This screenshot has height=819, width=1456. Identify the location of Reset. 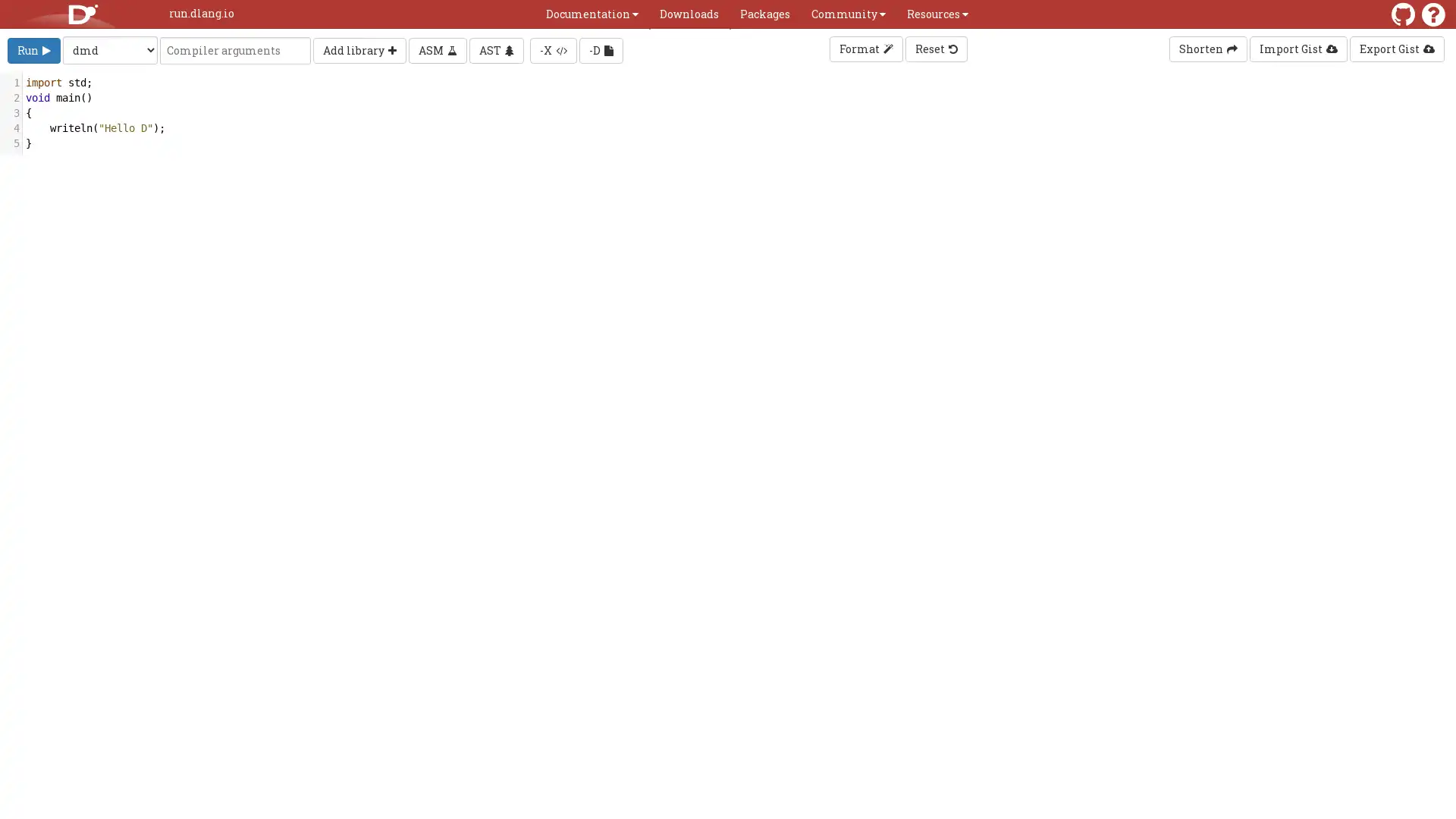
(934, 49).